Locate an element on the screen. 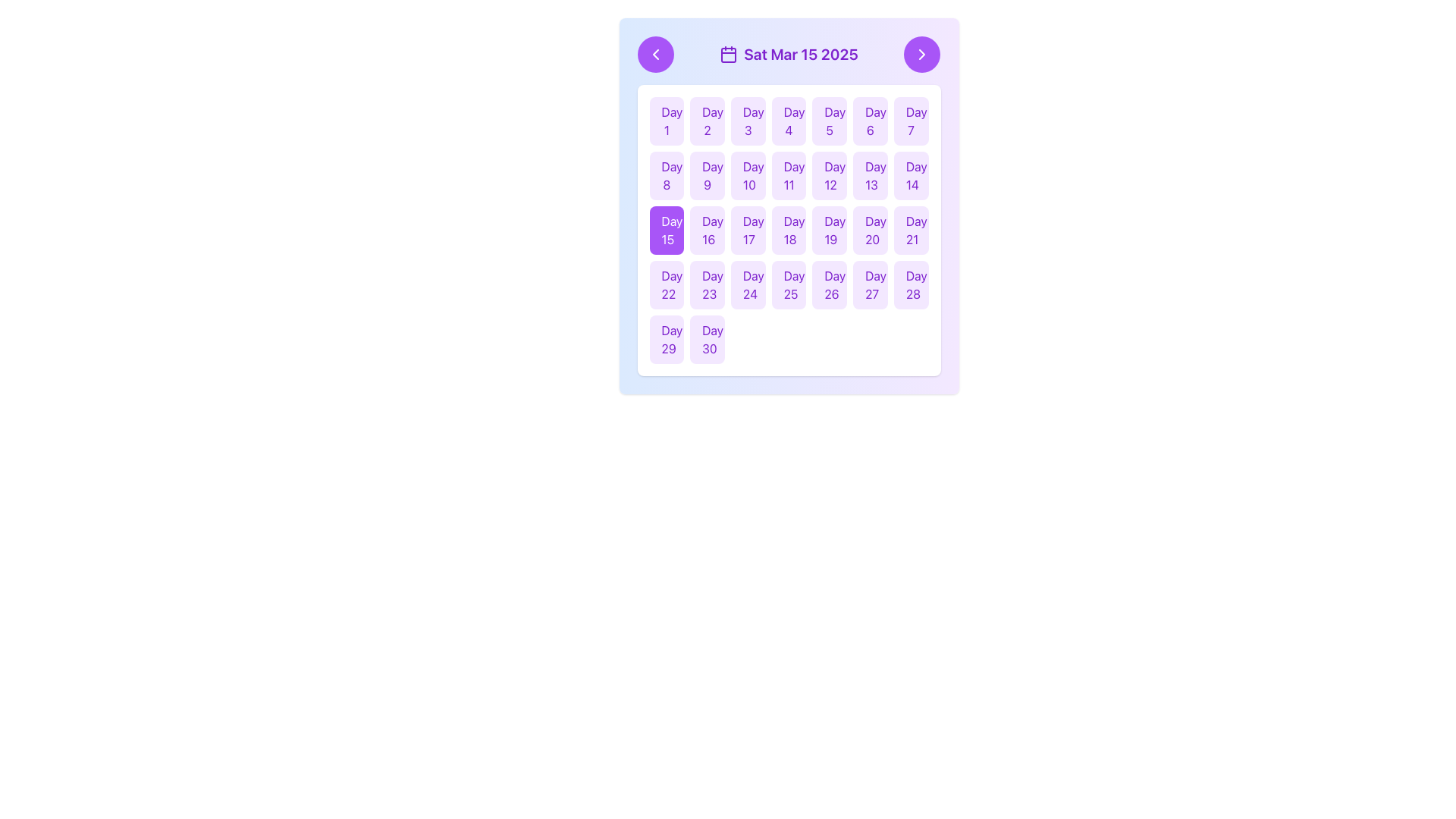 This screenshot has height=819, width=1456. the 'Day 8' button, which is a rectangular button with rounded edges, light purple background, and bold purple text is located at coordinates (667, 174).